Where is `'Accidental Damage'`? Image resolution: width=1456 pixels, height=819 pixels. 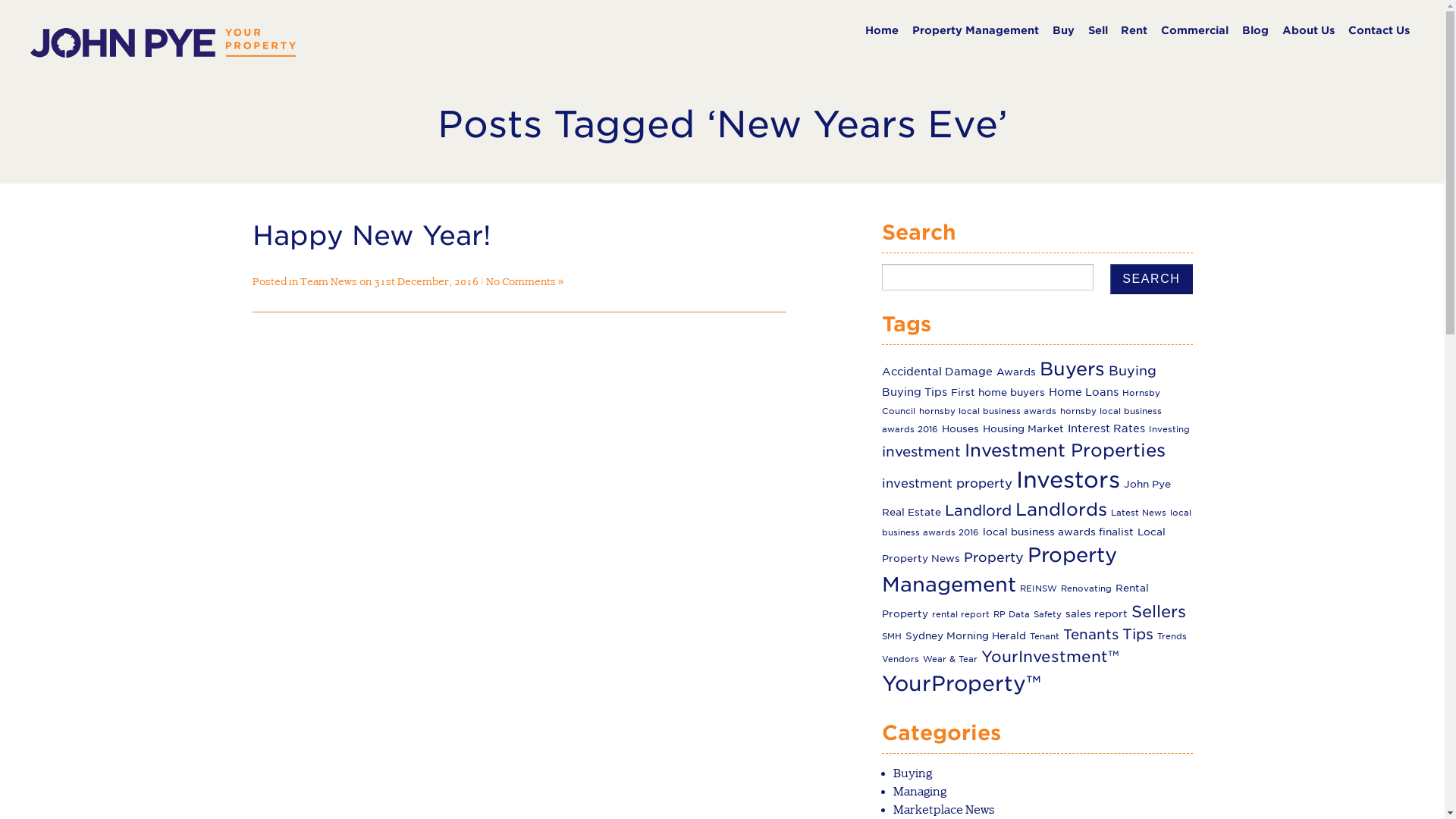
'Accidental Damage' is located at coordinates (937, 371).